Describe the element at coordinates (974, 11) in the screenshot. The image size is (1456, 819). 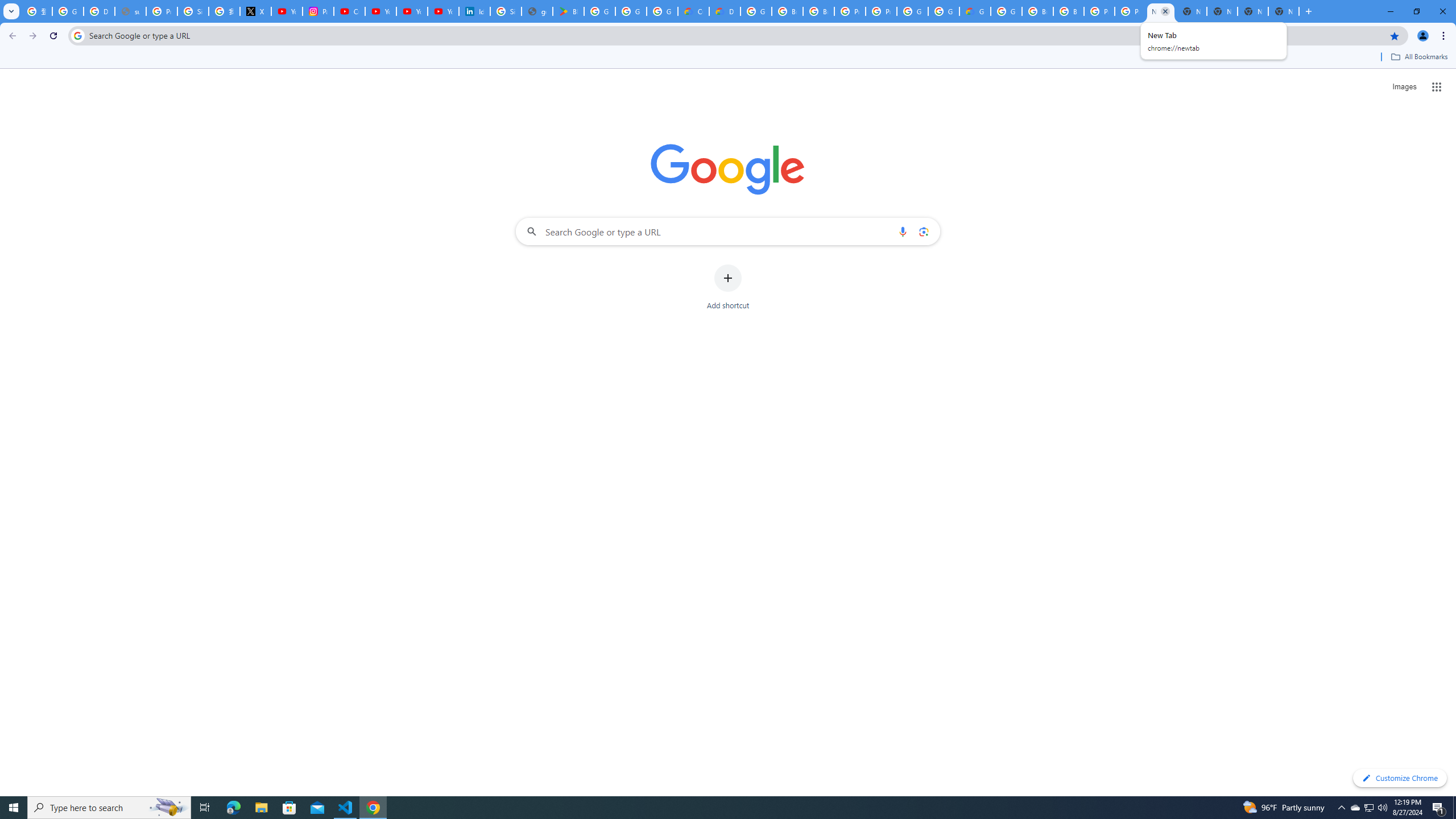
I see `'Google Cloud Estimate Summary'` at that location.